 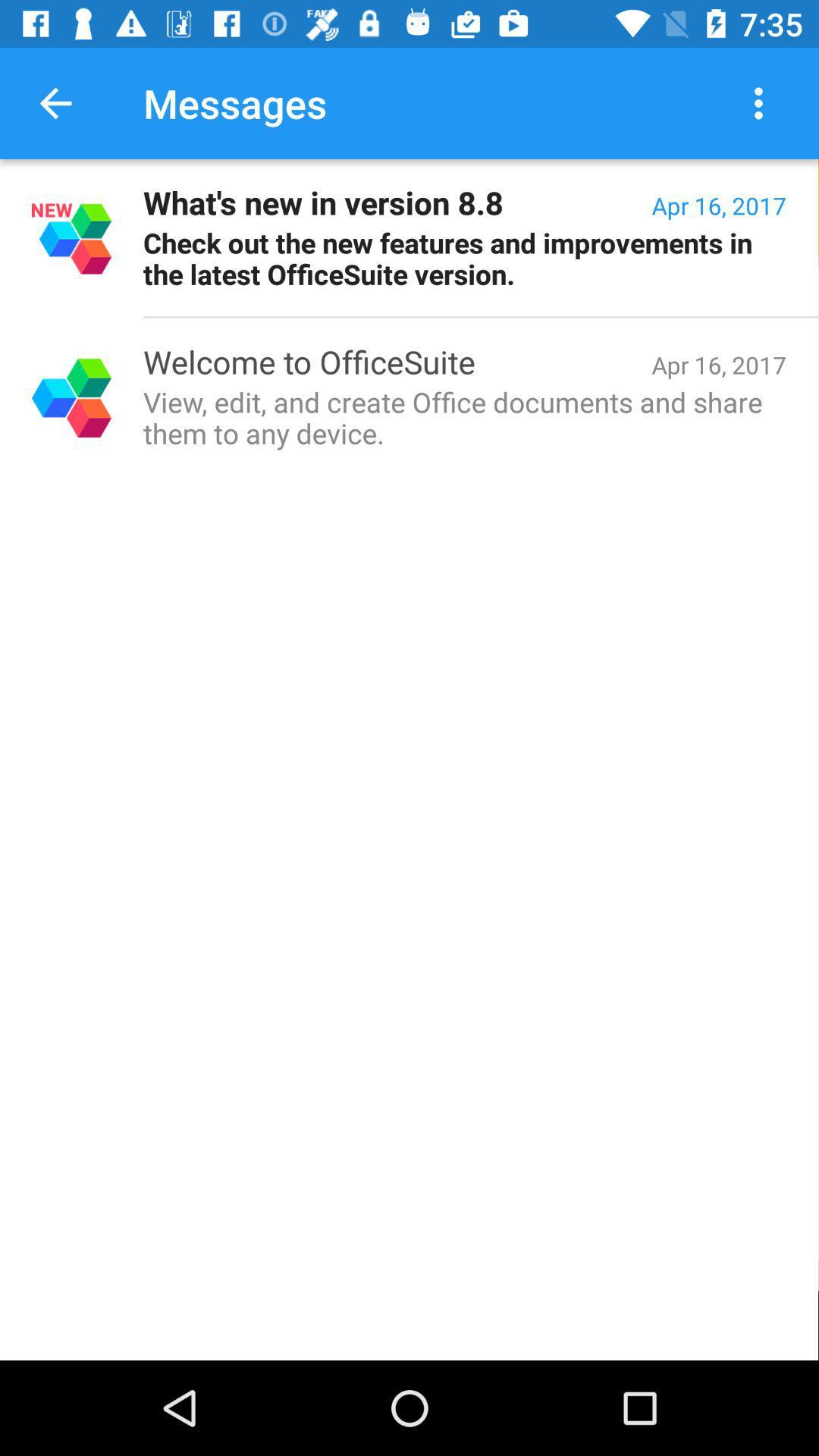 What do you see at coordinates (55, 102) in the screenshot?
I see `app to the left of messages` at bounding box center [55, 102].